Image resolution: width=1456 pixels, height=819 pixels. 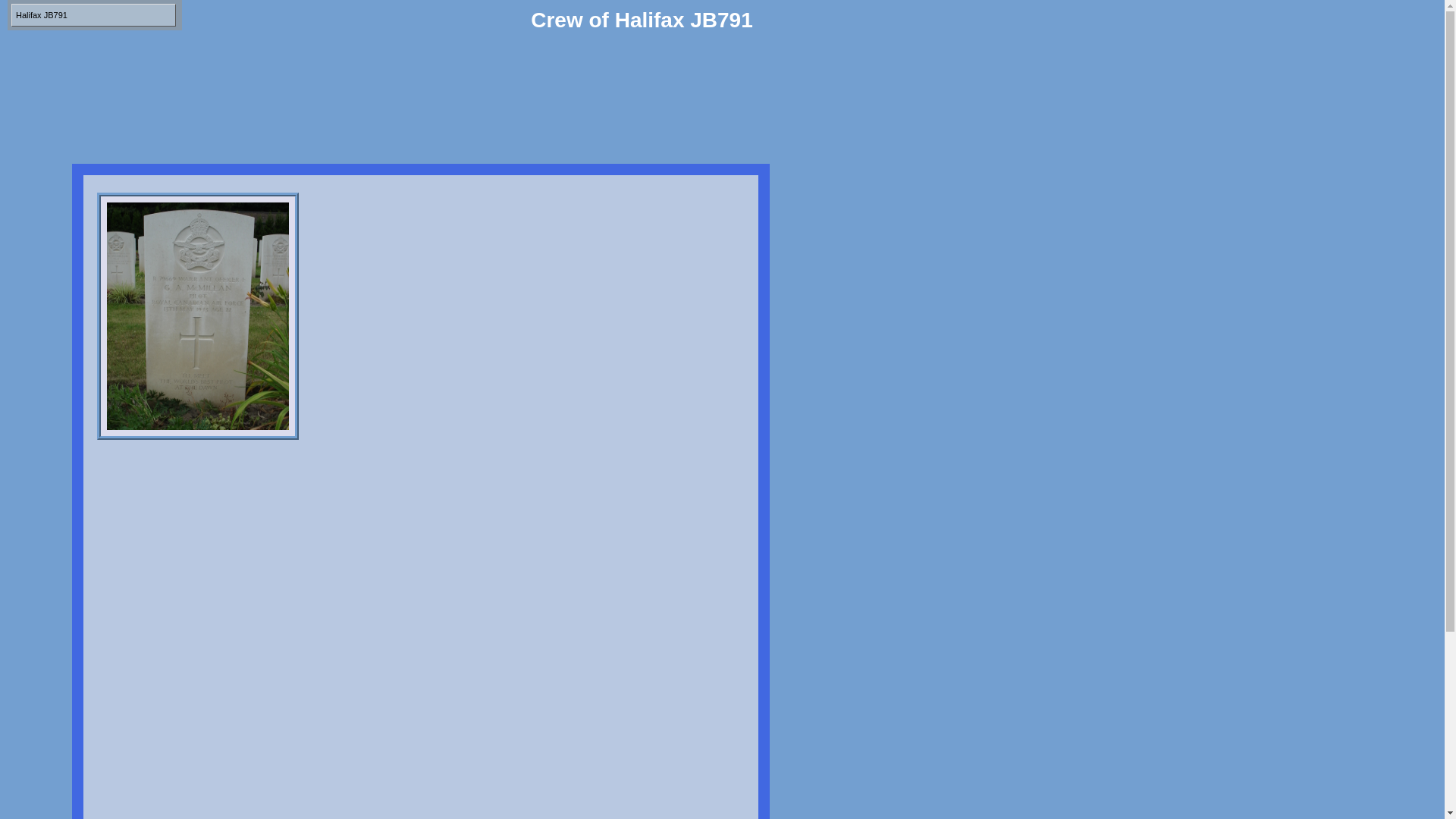 What do you see at coordinates (93, 14) in the screenshot?
I see `'Halifax JB791'` at bounding box center [93, 14].